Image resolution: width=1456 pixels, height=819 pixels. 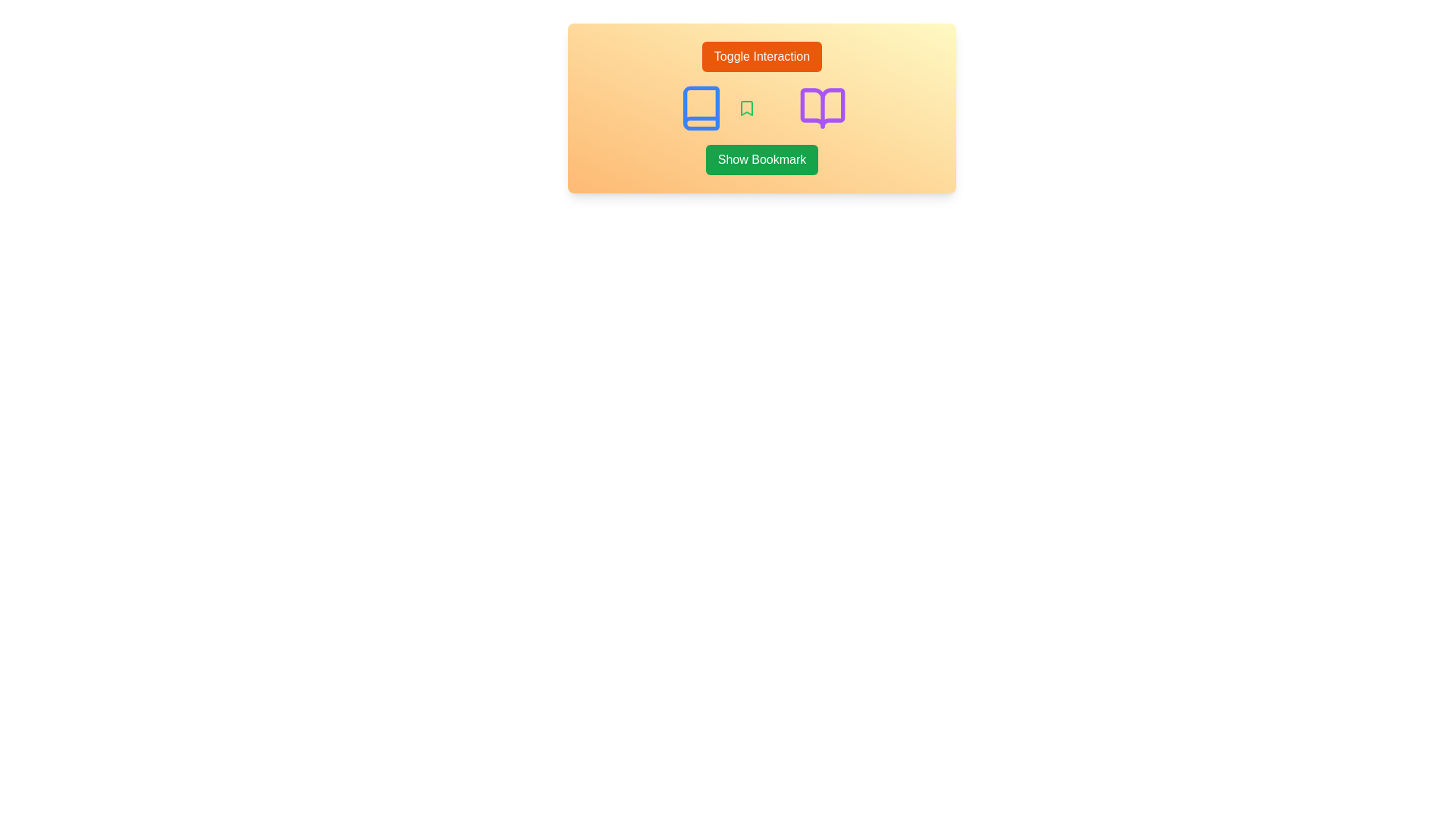 What do you see at coordinates (821, 107) in the screenshot?
I see `the vibrant purple open book icon, which is the third icon in a horizontal grid, located between the 'Toggle Interaction' button above and the 'Show Bookmark' button below` at bounding box center [821, 107].